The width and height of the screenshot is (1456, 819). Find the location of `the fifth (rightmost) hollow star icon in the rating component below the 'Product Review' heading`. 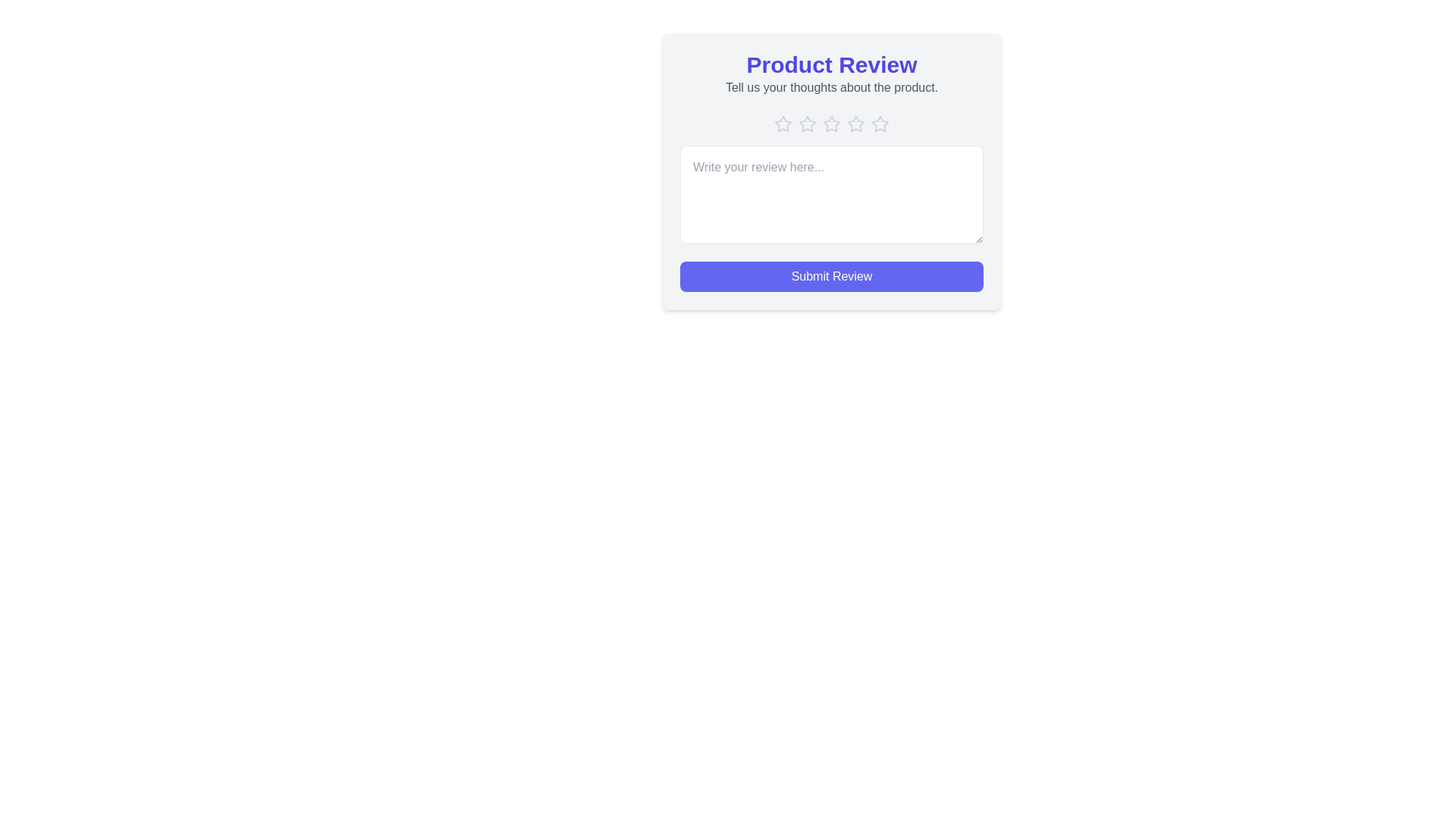

the fifth (rightmost) hollow star icon in the rating component below the 'Product Review' heading is located at coordinates (880, 122).